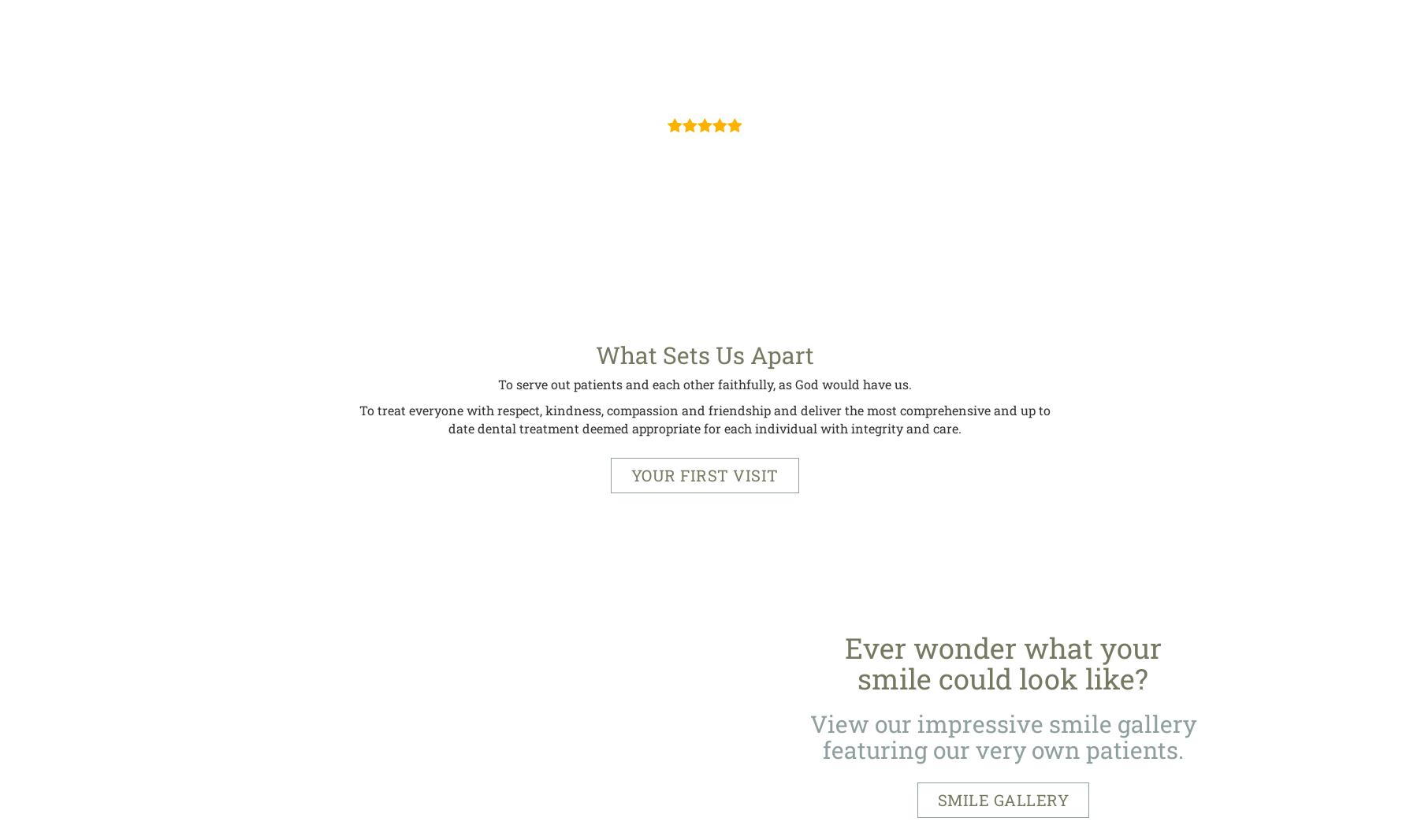 This screenshot has height=840, width=1421. Describe the element at coordinates (703, 355) in the screenshot. I see `'What Sets Us Apart'` at that location.